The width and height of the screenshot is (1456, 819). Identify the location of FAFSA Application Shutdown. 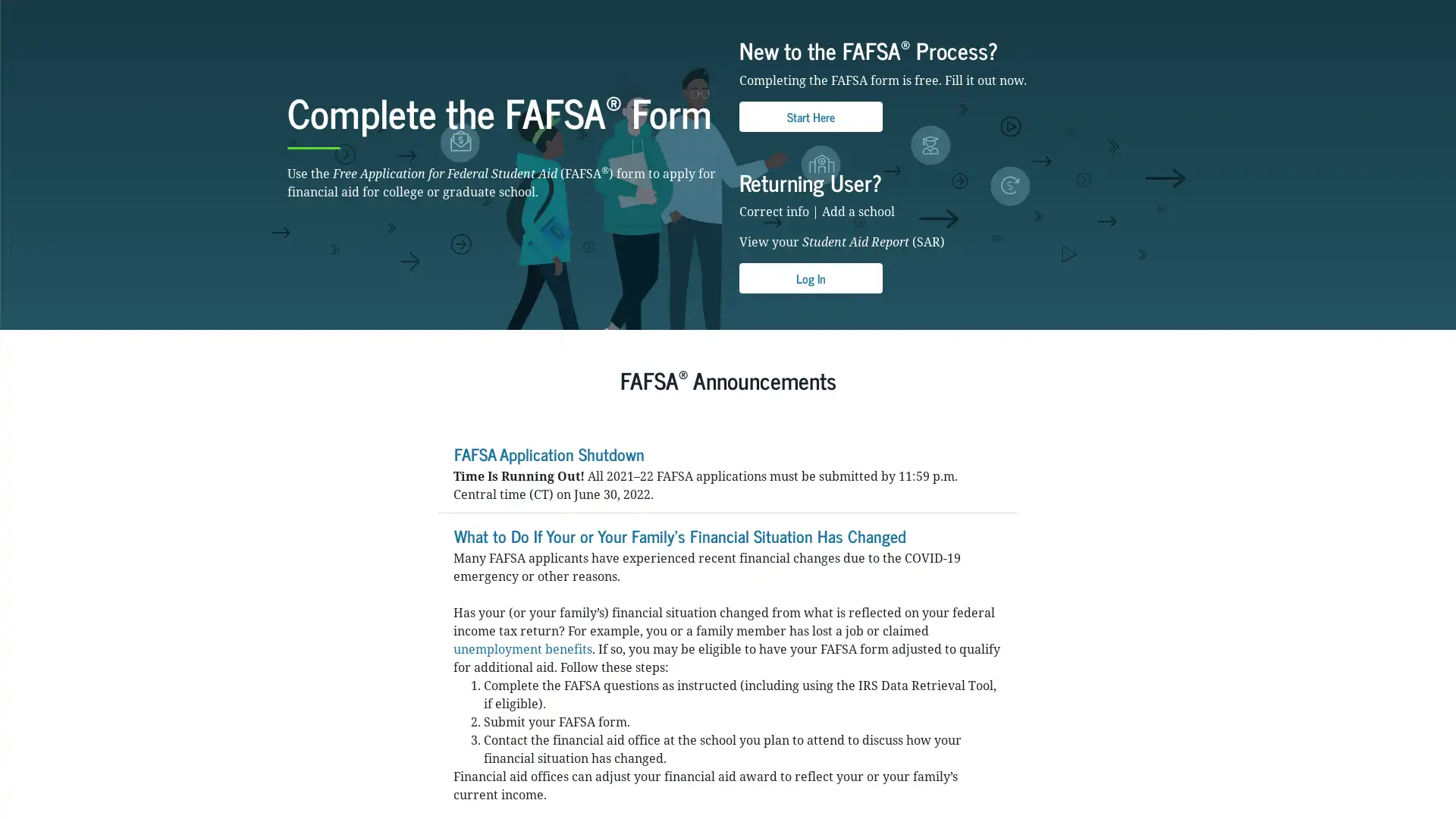
(548, 551).